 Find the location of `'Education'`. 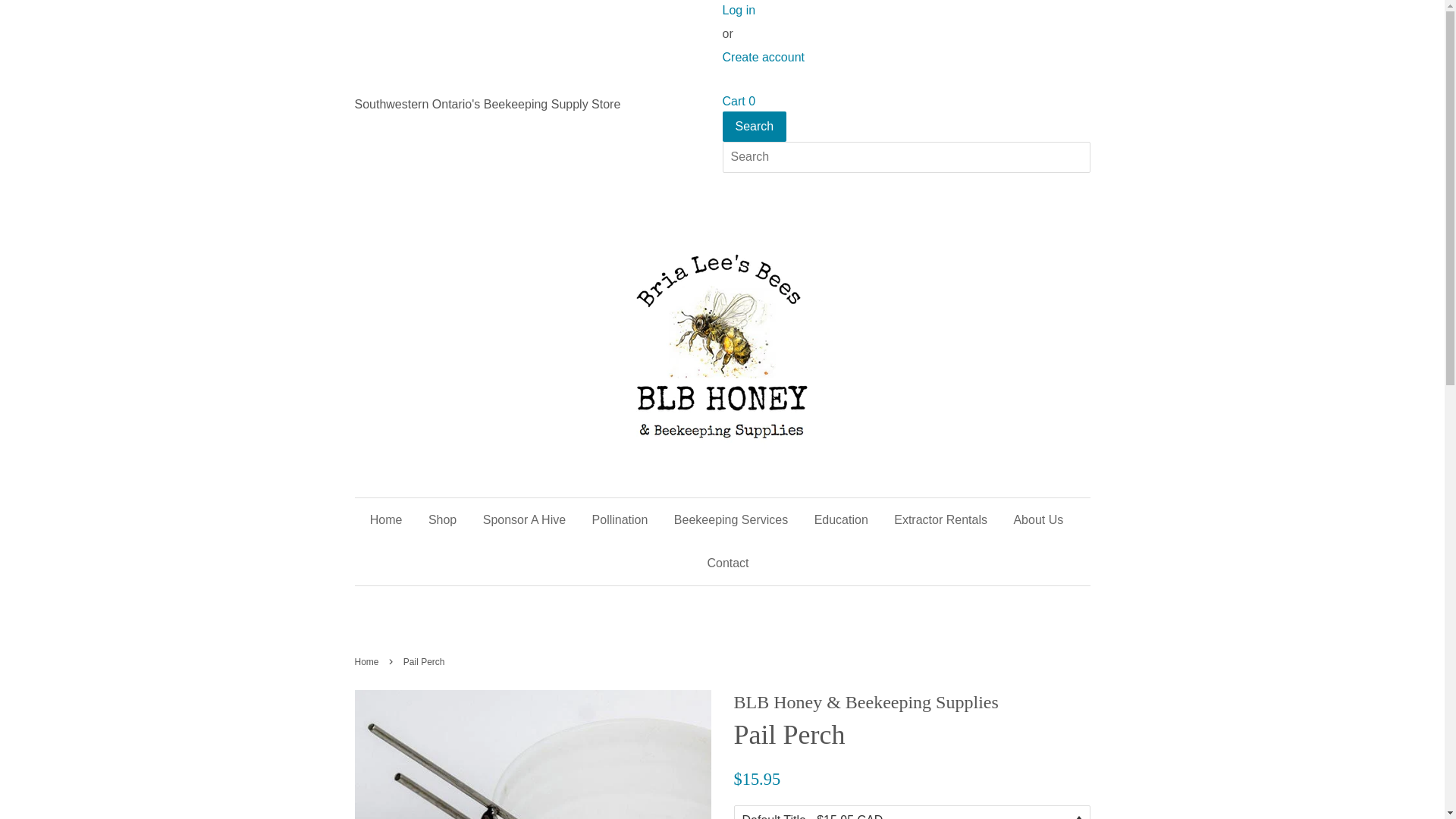

'Education' is located at coordinates (840, 519).